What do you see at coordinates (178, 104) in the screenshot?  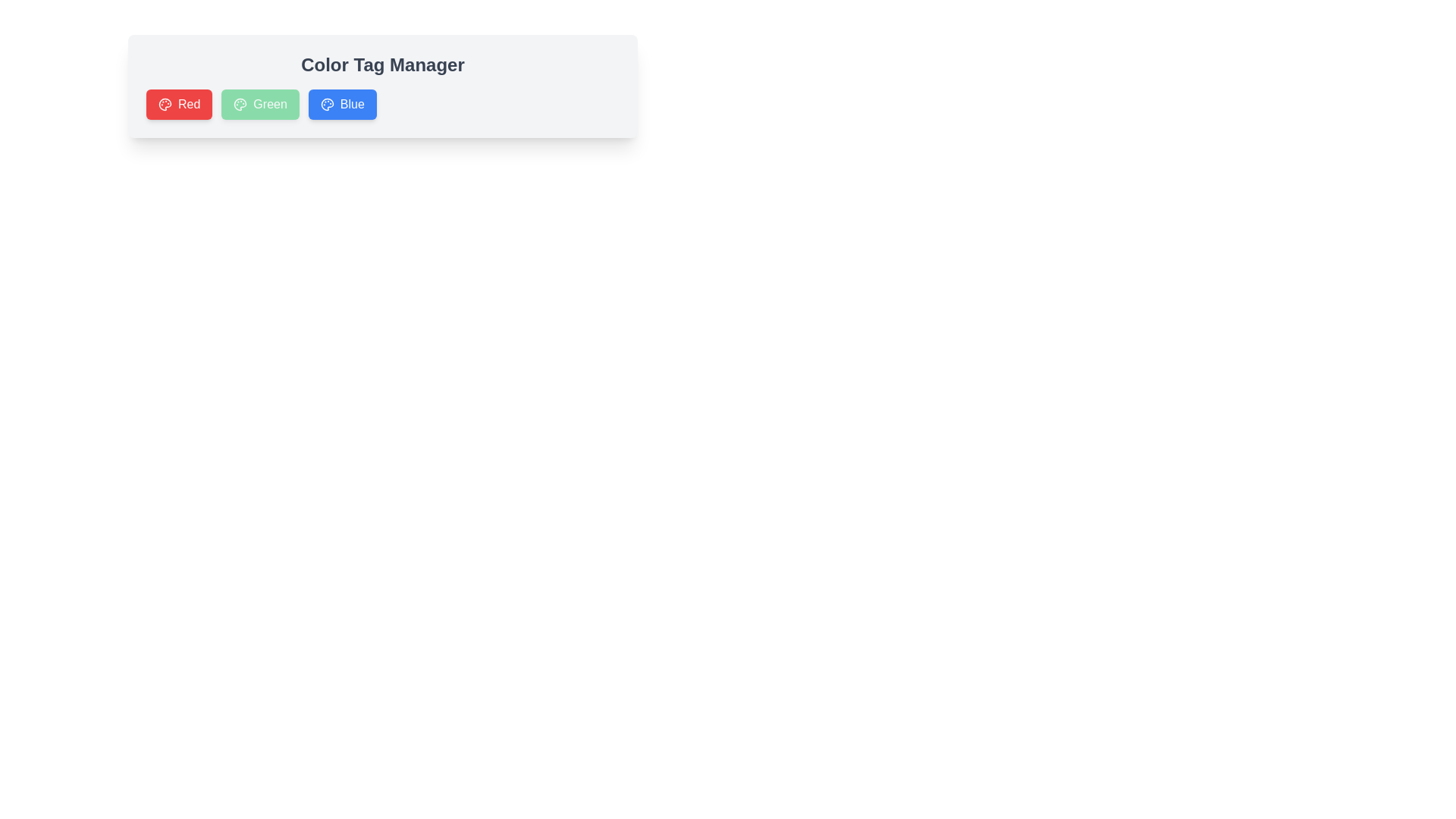 I see `the button labeled Red to observe its hover effect` at bounding box center [178, 104].